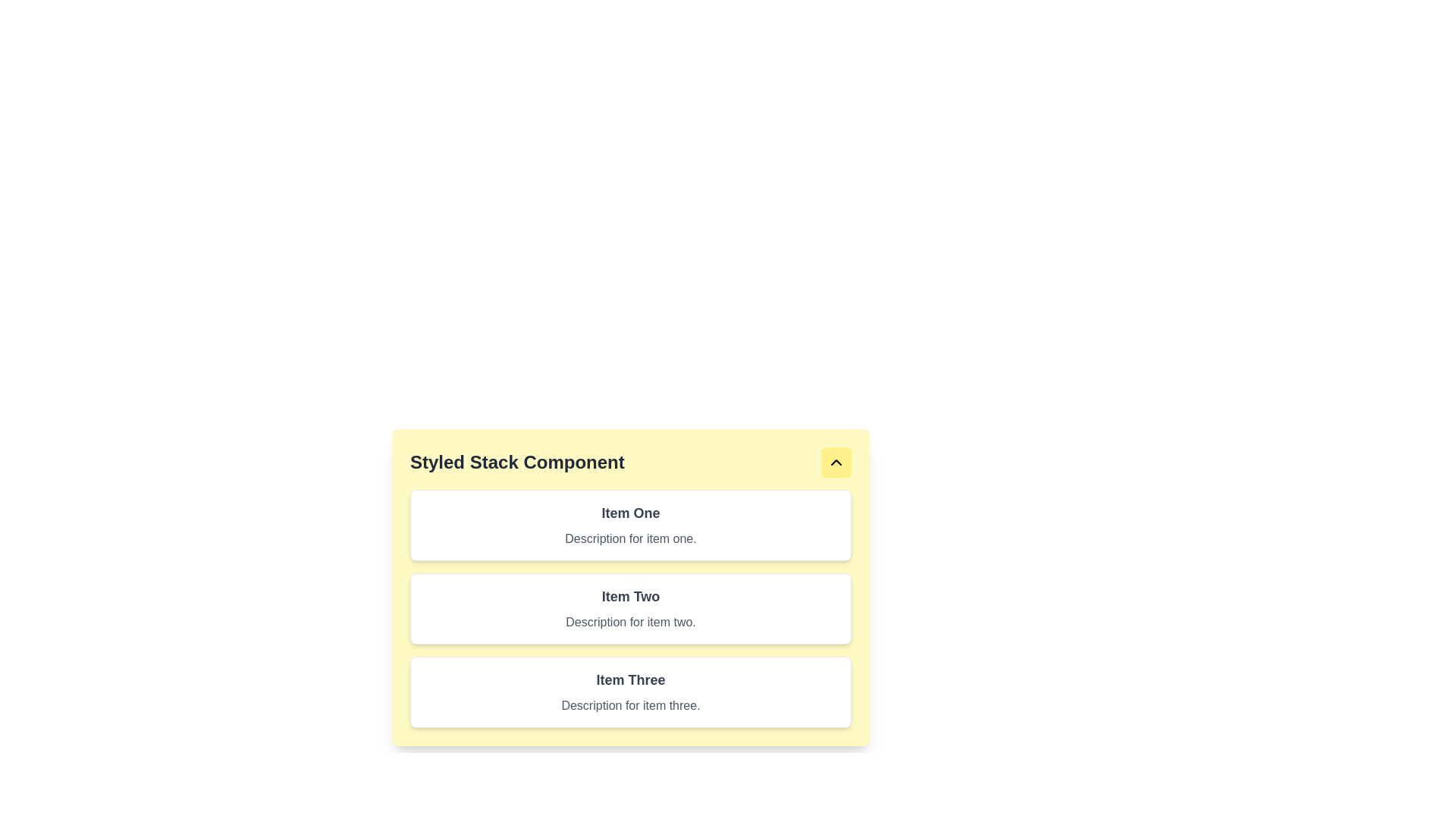 The height and width of the screenshot is (819, 1456). Describe the element at coordinates (630, 692) in the screenshot. I see `the third card in a vertical stack, which contains a title and description text, located in the lower portion of the layout` at that location.